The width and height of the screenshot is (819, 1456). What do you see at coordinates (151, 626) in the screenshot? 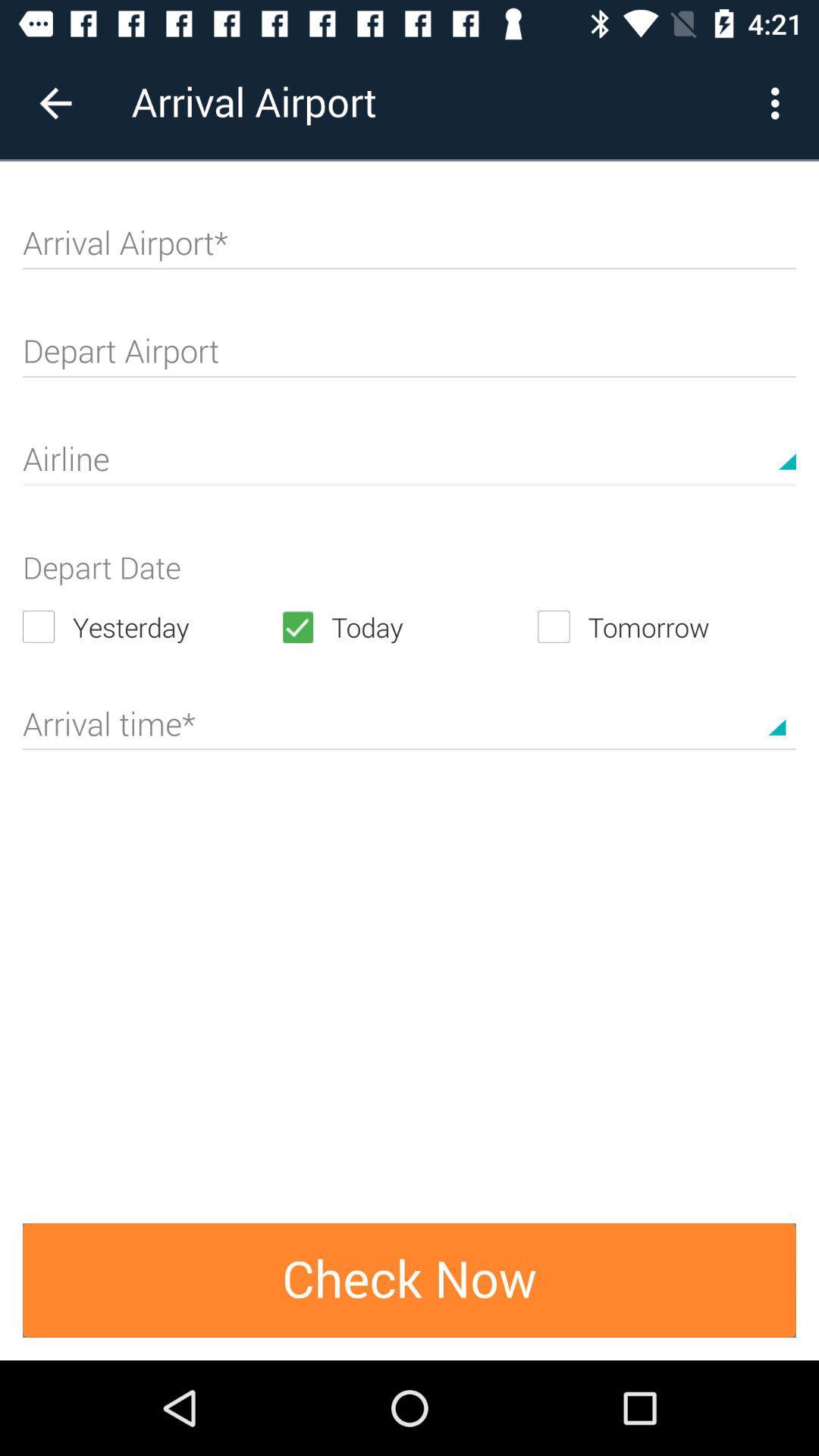
I see `the yesterday` at bounding box center [151, 626].